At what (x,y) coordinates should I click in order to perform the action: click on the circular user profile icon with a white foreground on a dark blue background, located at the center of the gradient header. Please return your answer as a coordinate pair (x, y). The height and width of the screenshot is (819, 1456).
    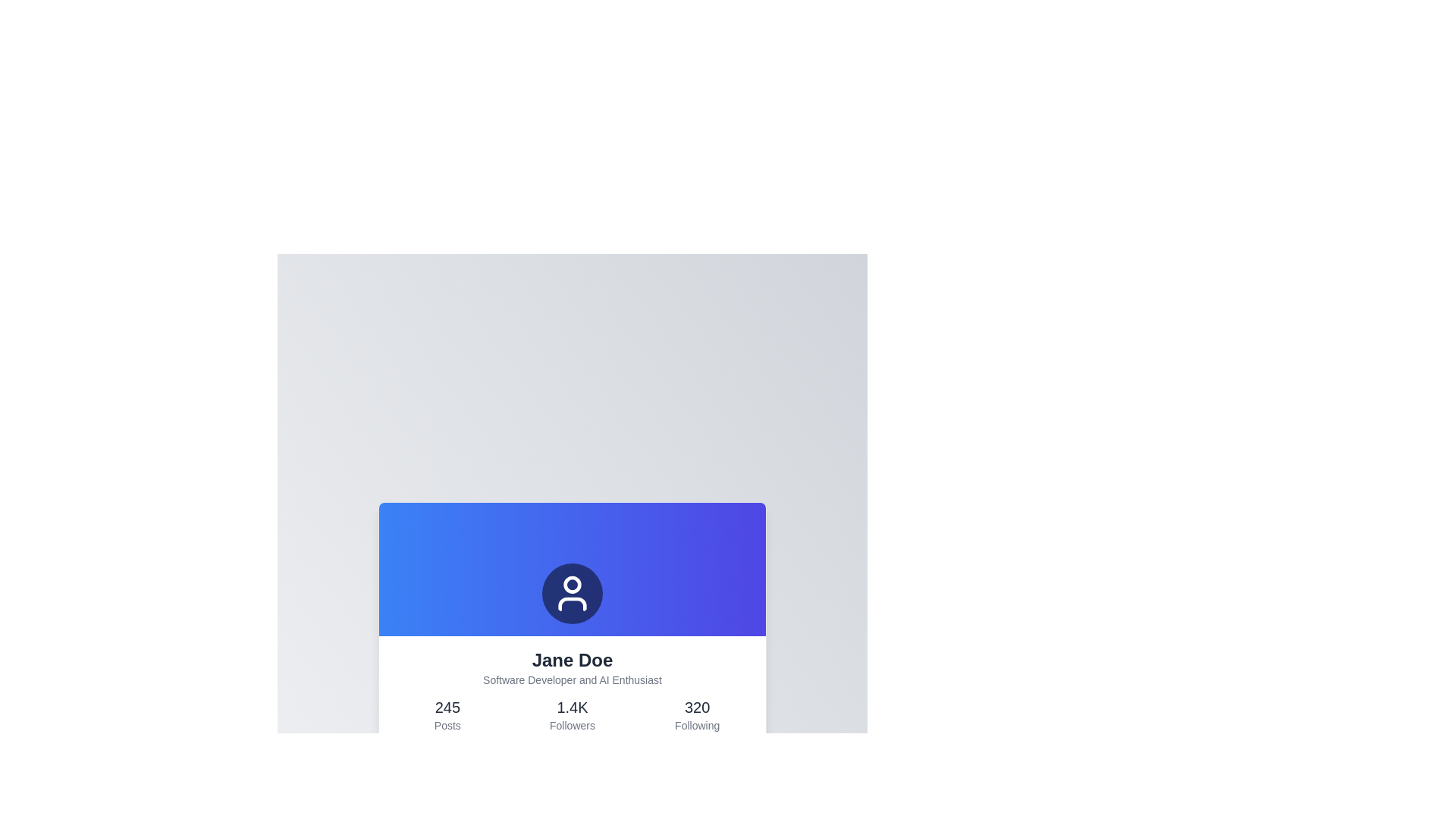
    Looking at the image, I should click on (571, 593).